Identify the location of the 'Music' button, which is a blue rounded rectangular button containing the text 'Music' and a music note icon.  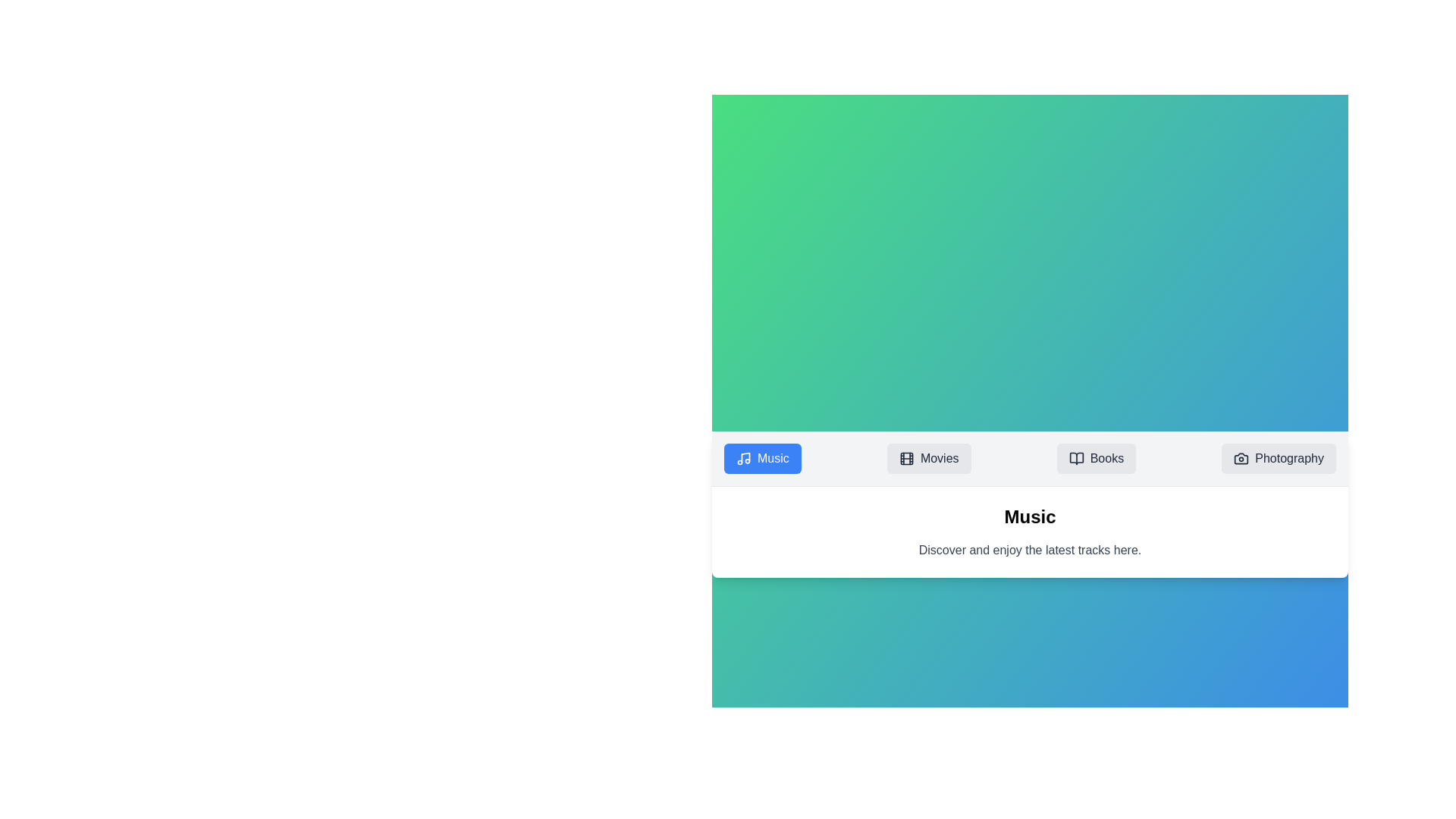
(773, 457).